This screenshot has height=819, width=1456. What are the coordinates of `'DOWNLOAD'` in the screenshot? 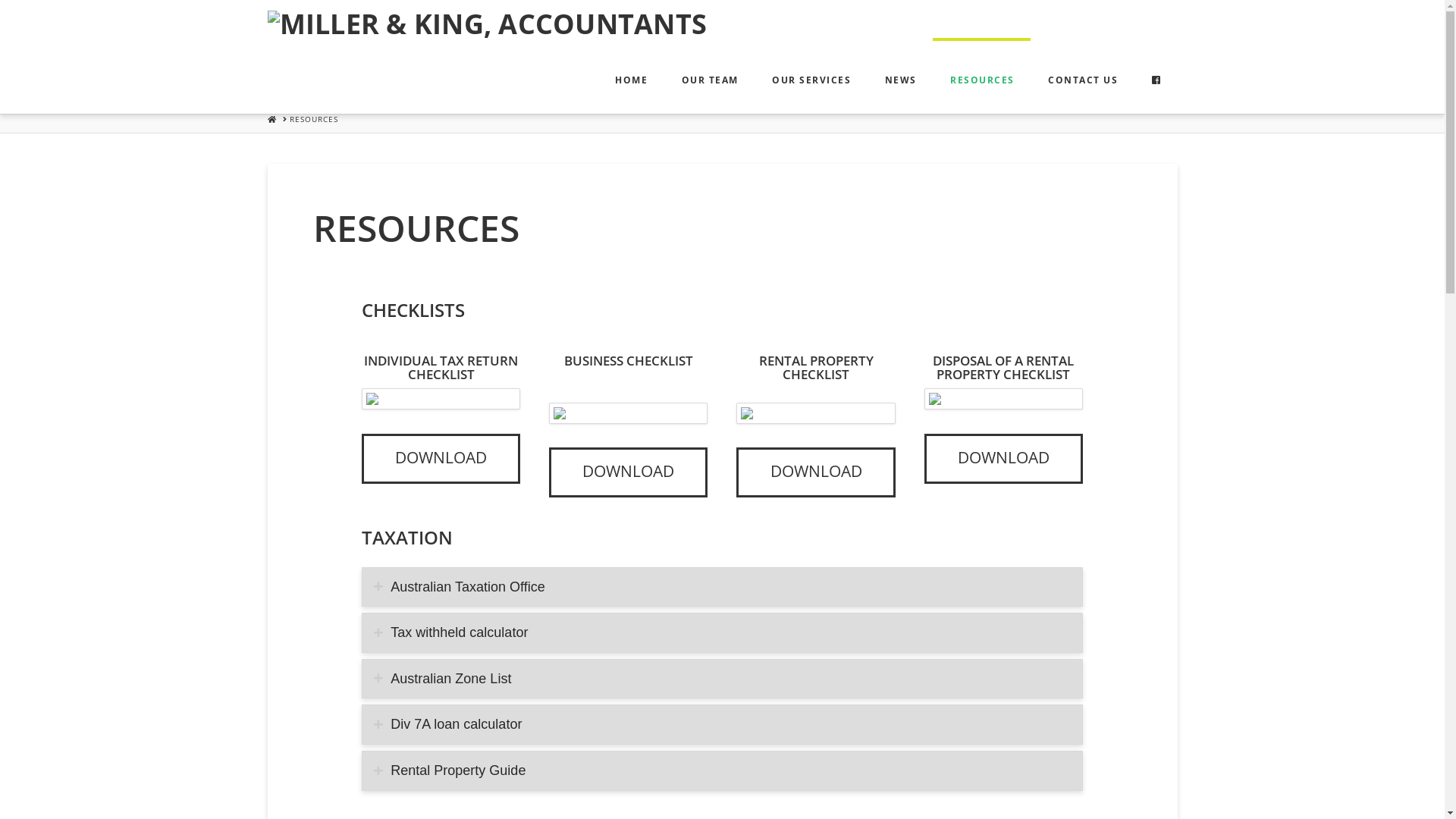 It's located at (628, 472).